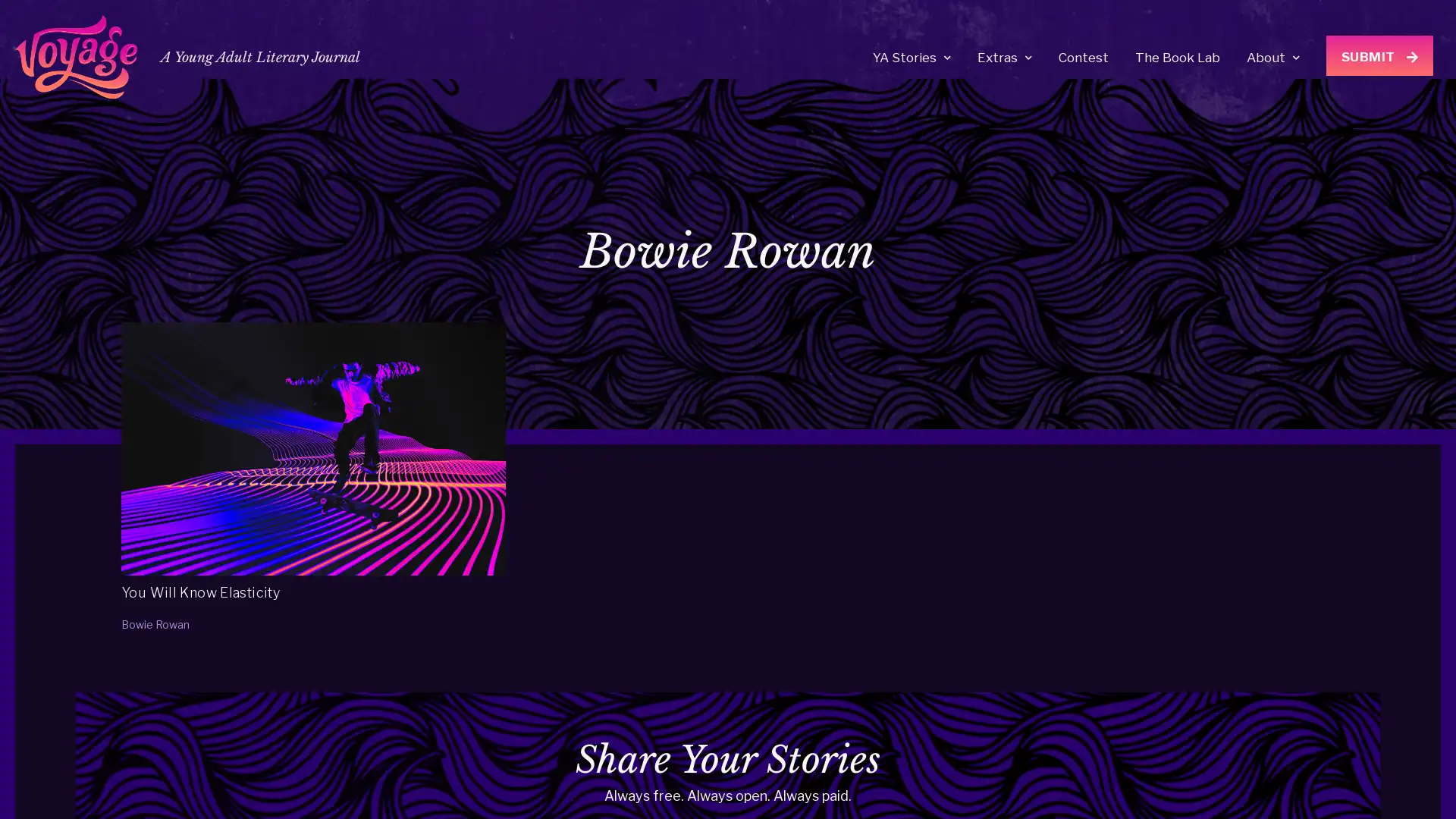  Describe the element at coordinates (1379, 55) in the screenshot. I see `SUBMIT` at that location.